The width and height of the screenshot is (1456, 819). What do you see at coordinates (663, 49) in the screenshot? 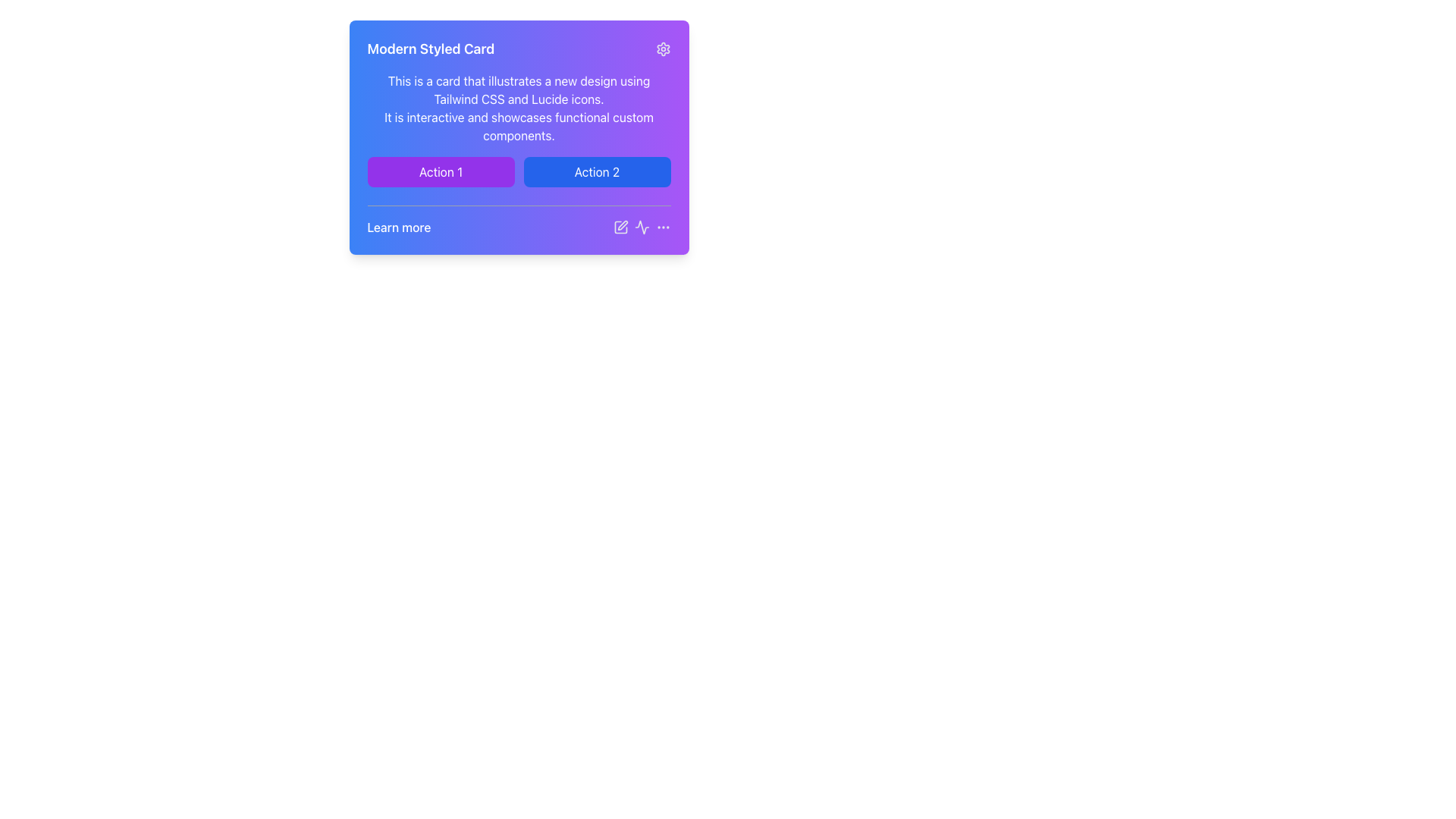
I see `the gear-shaped icon button located at the top-right corner of the card component for accessibility purposes` at bounding box center [663, 49].